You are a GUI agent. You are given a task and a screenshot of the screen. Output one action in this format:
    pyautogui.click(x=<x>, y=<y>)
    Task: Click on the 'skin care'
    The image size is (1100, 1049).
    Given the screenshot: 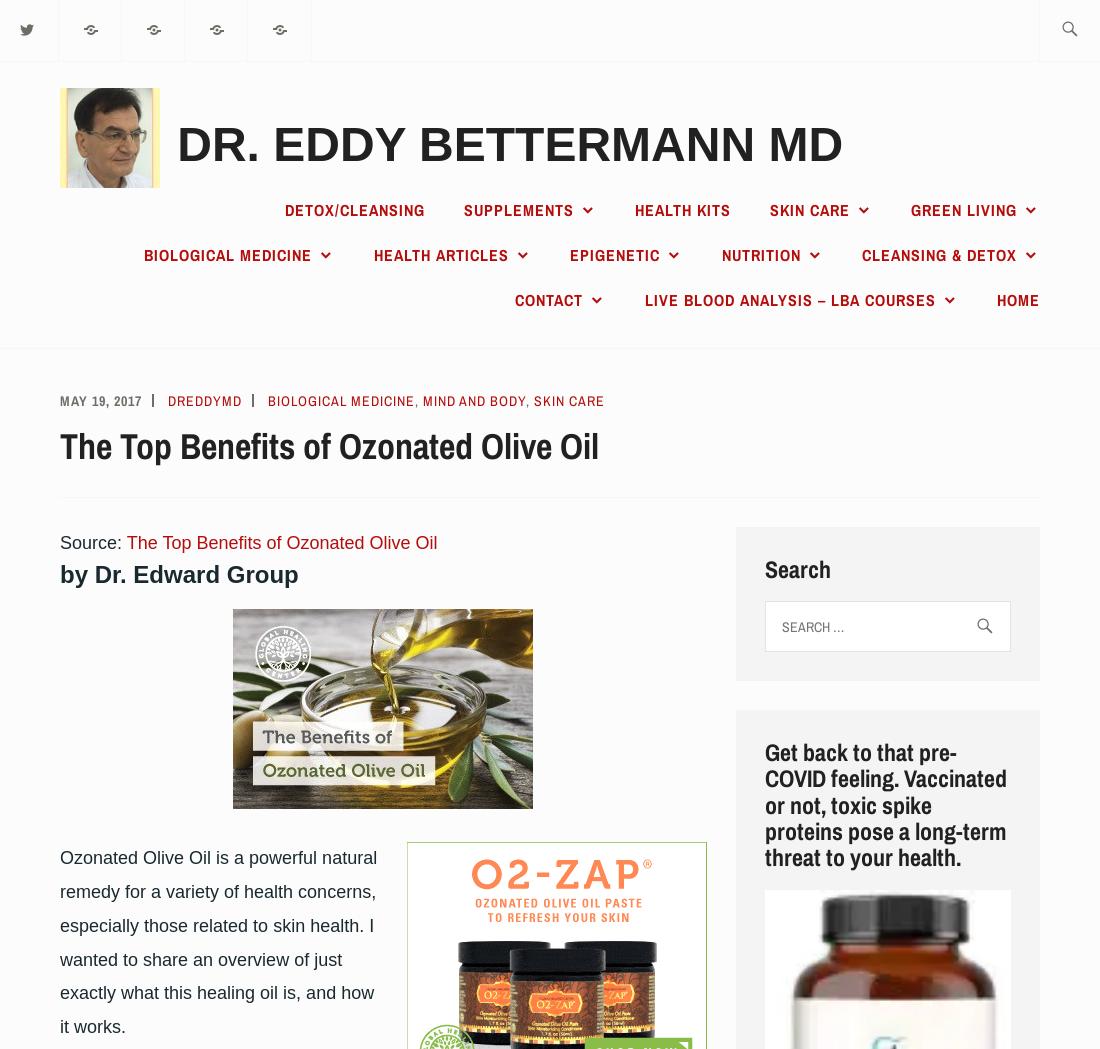 What is the action you would take?
    pyautogui.click(x=568, y=399)
    